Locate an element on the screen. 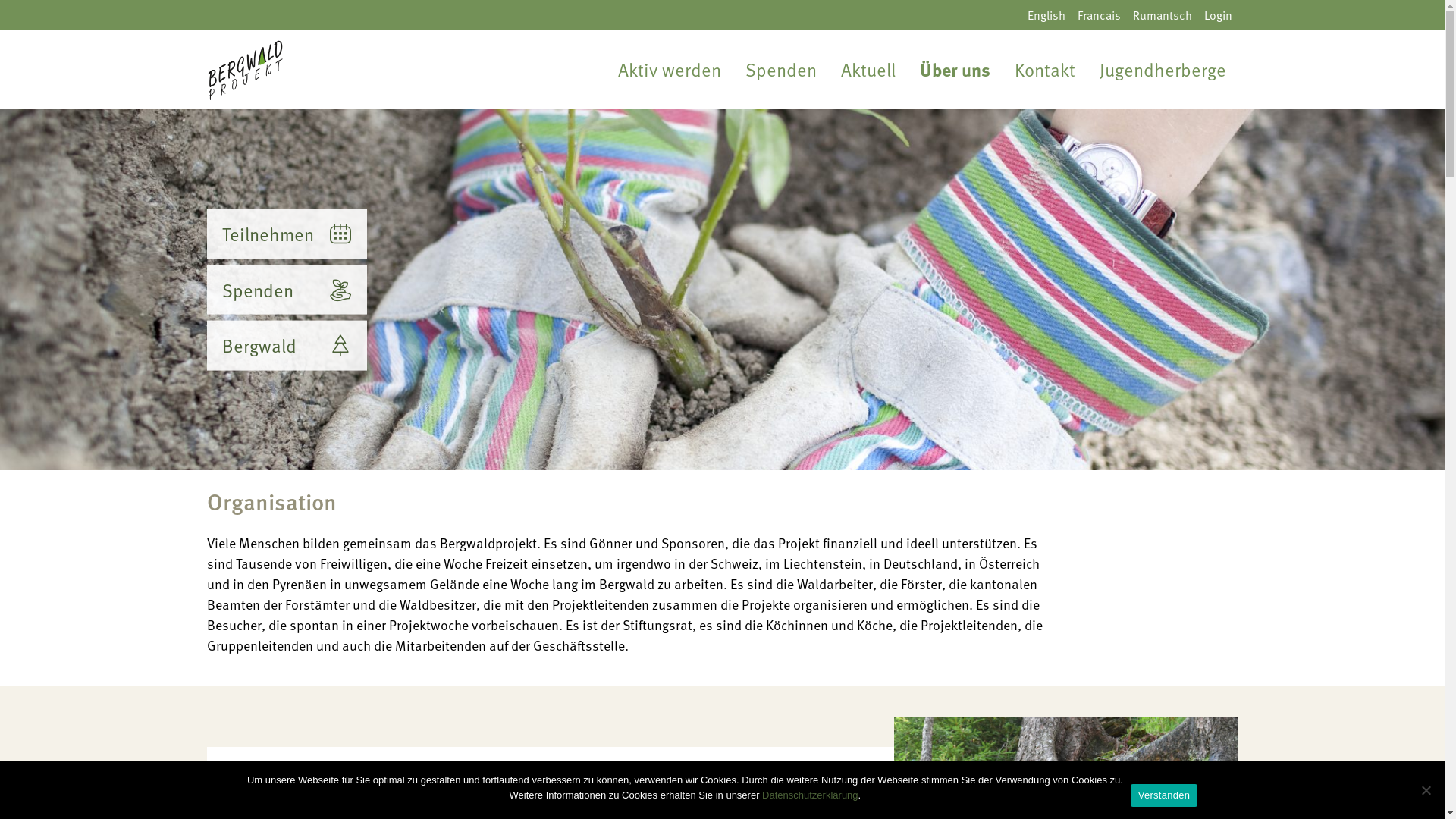  'Teilnehmen' is located at coordinates (286, 234).